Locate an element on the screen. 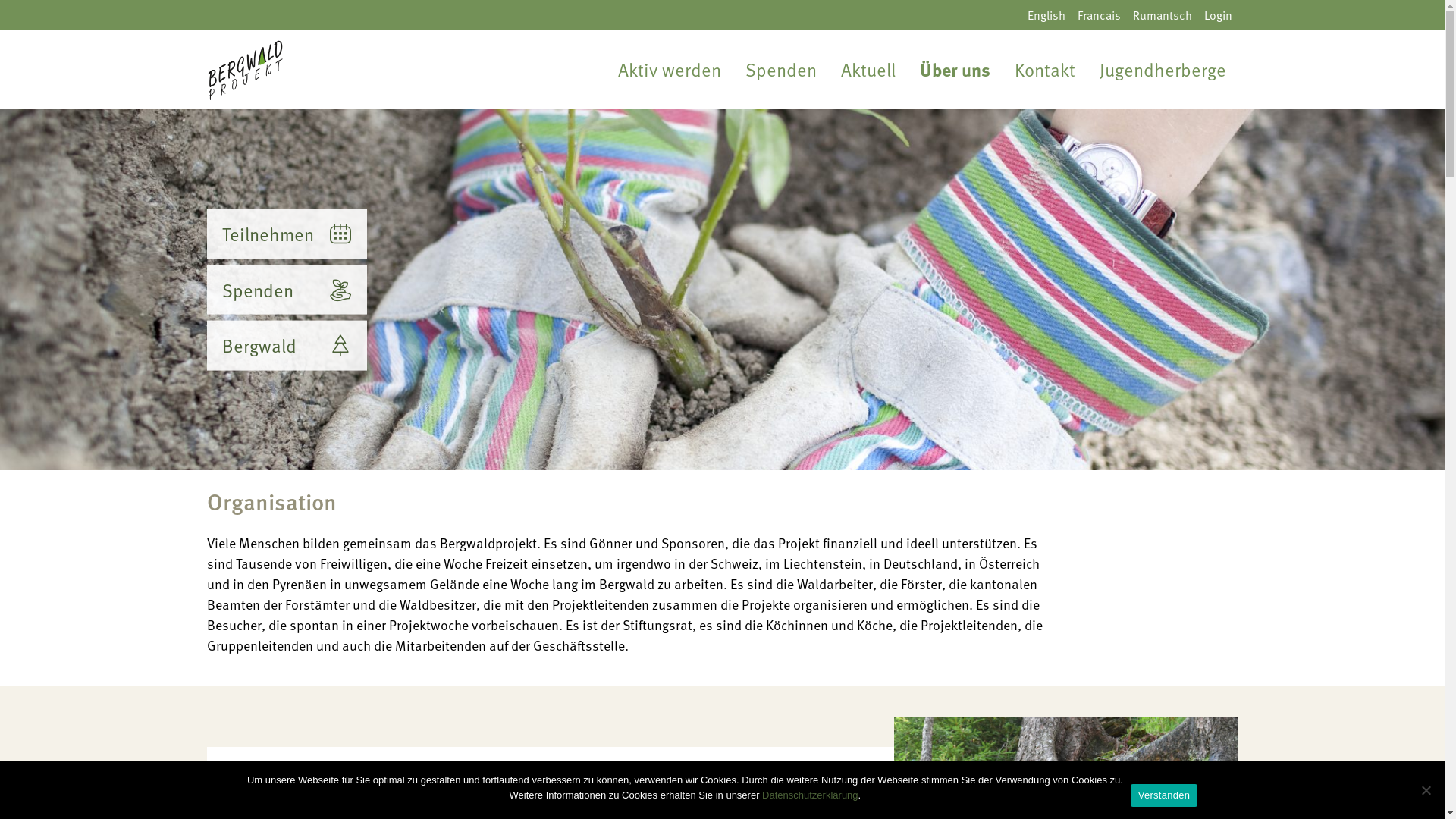  'Teilnehmen' is located at coordinates (286, 234).